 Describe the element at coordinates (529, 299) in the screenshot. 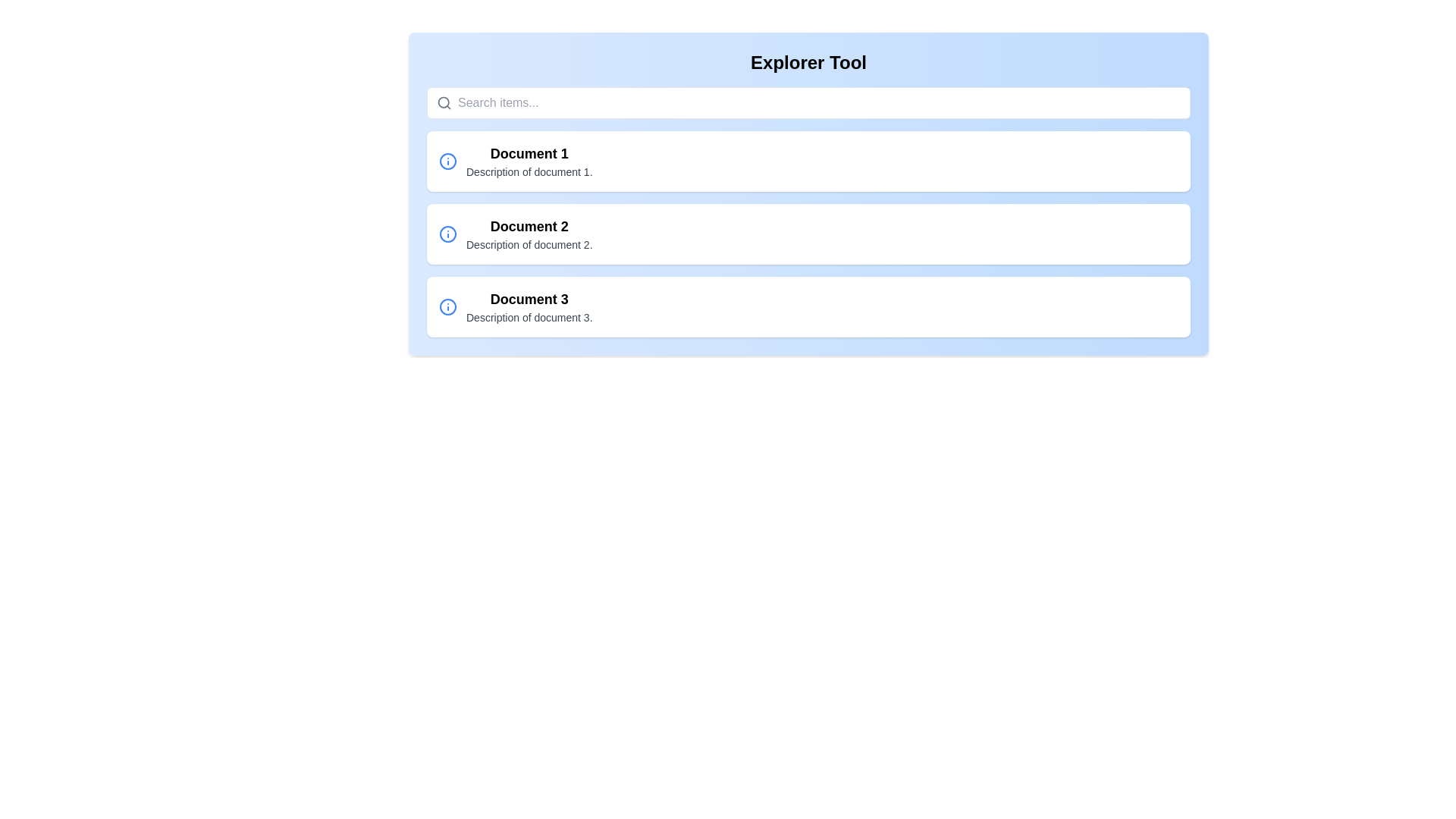

I see `the bold black text displaying 'Document 3', which is the third header in the list, prominently positioned at the top of its section` at that location.